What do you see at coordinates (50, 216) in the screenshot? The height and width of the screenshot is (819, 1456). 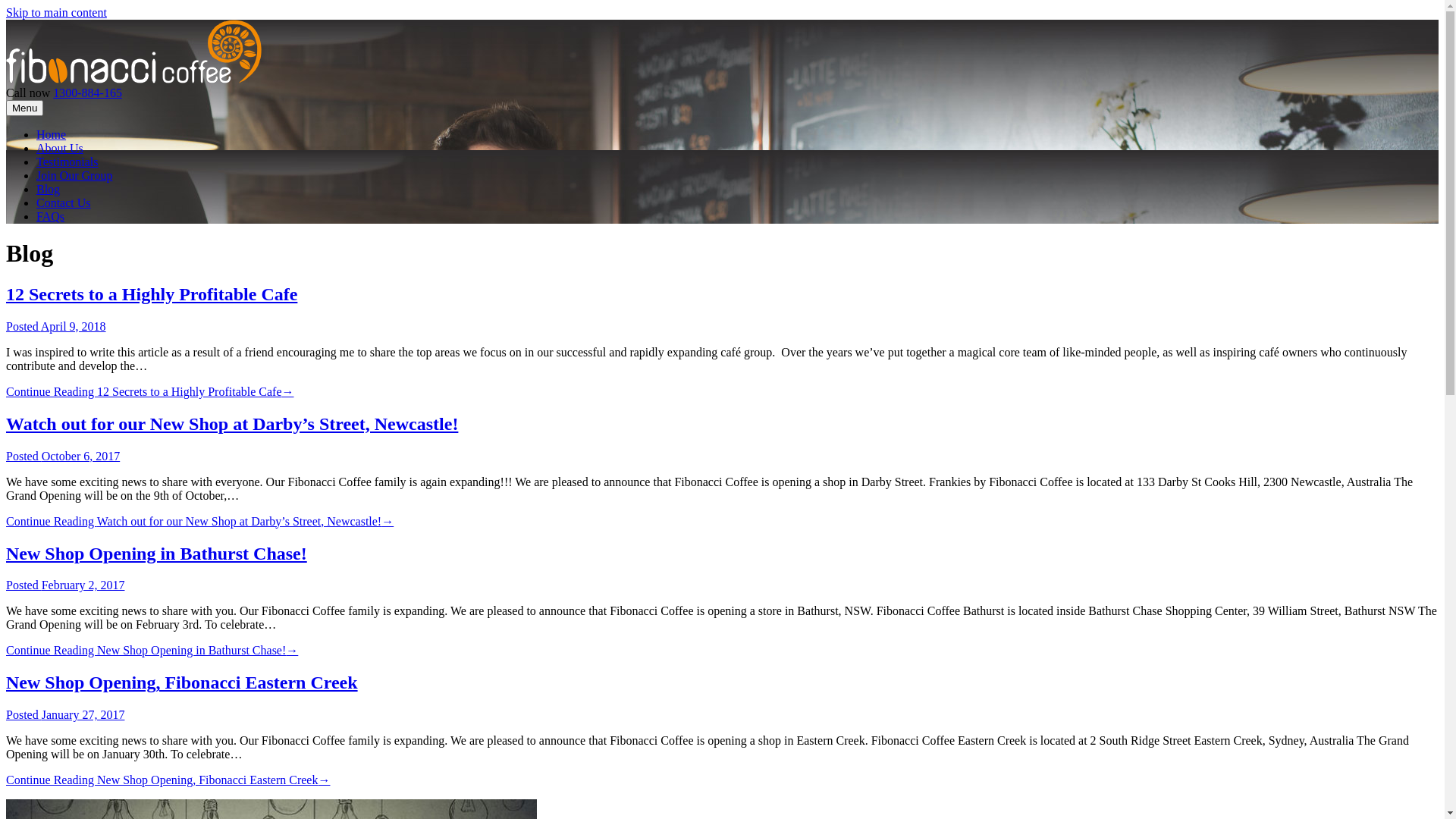 I see `'FAQs'` at bounding box center [50, 216].